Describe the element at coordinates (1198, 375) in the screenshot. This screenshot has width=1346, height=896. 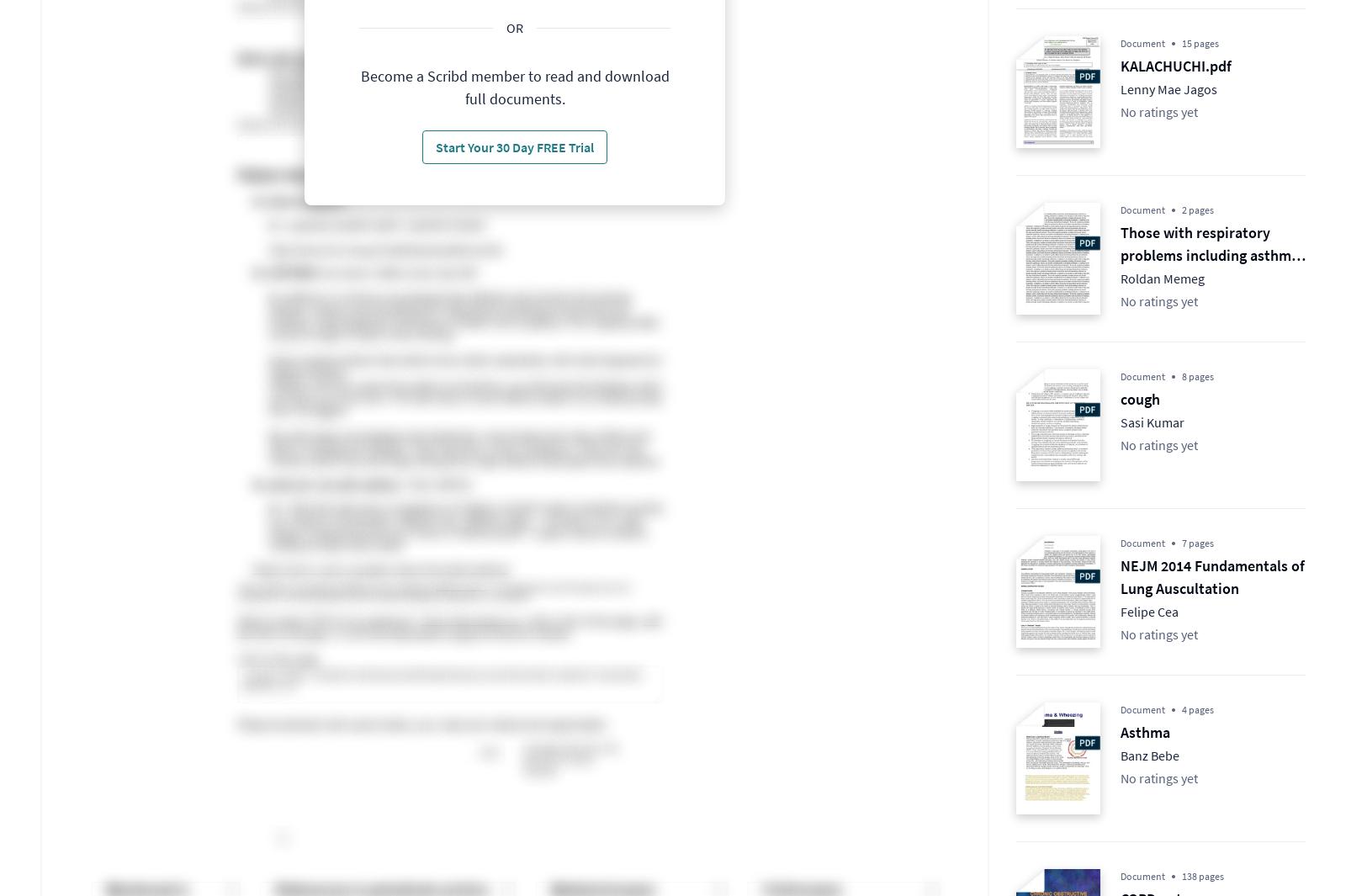
I see `'8 pages'` at that location.